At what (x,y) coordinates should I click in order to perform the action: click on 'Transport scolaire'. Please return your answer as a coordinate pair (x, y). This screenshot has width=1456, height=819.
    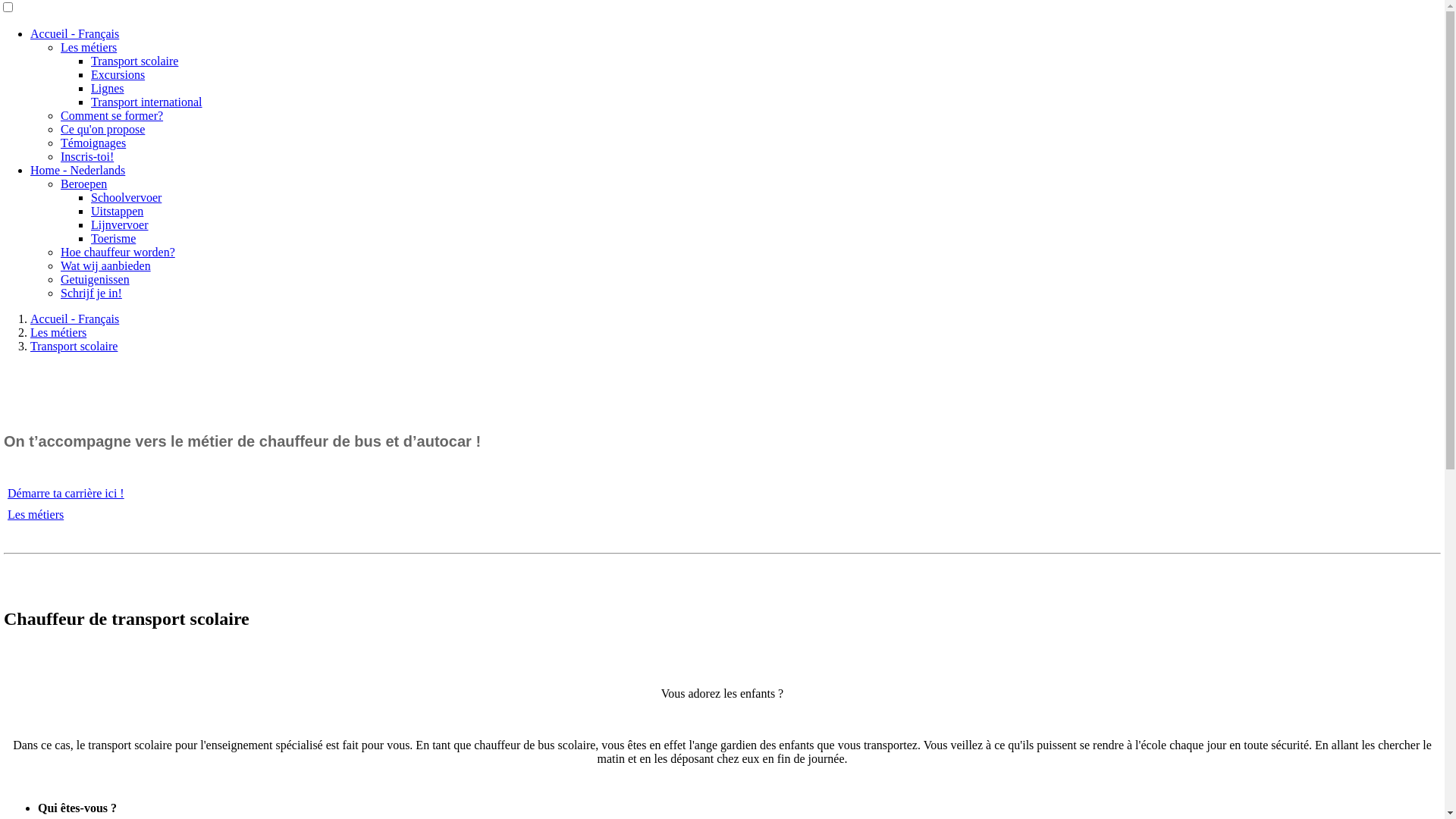
    Looking at the image, I should click on (73, 346).